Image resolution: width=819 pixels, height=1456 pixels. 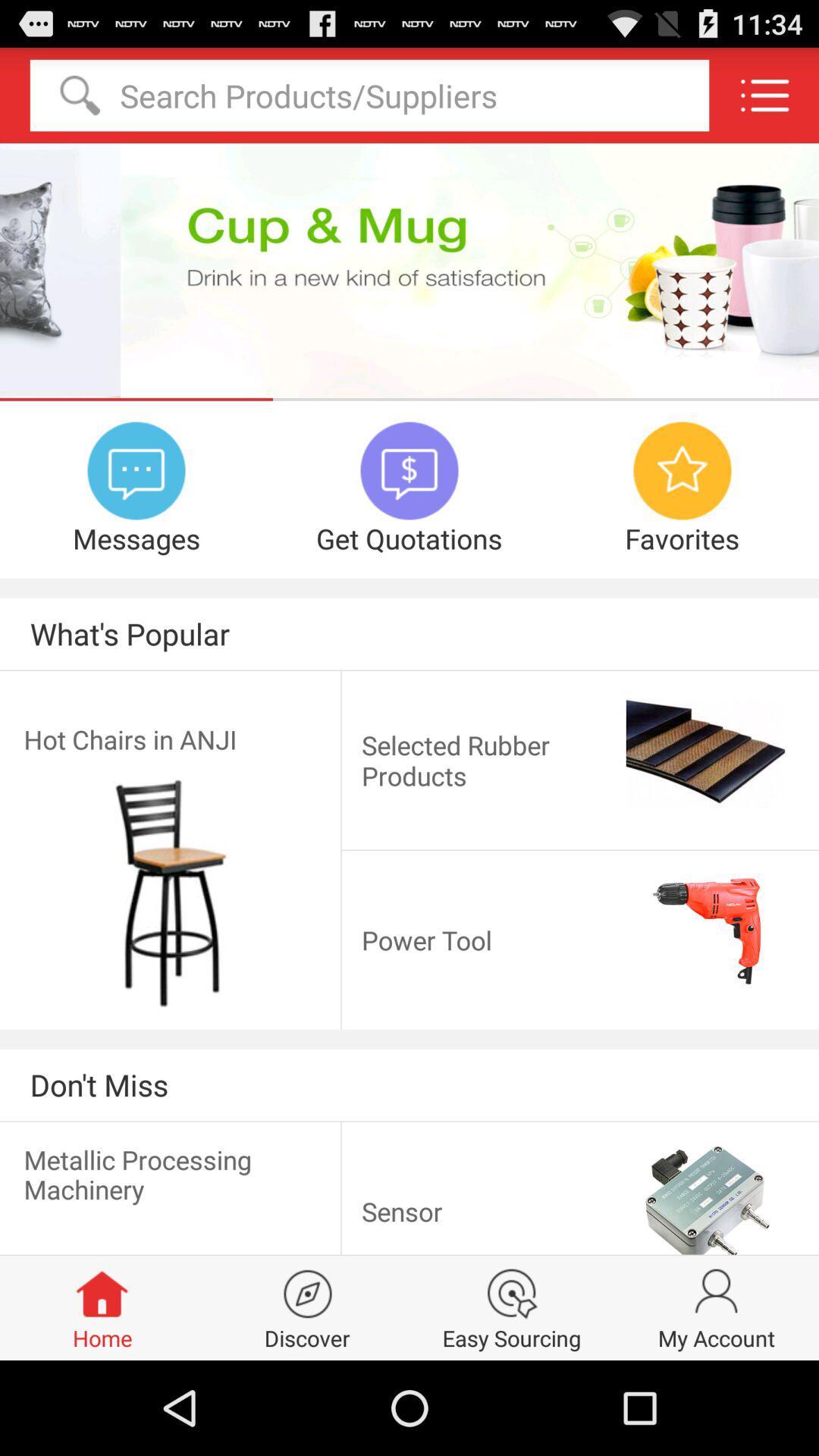 What do you see at coordinates (764, 101) in the screenshot?
I see `the list icon` at bounding box center [764, 101].